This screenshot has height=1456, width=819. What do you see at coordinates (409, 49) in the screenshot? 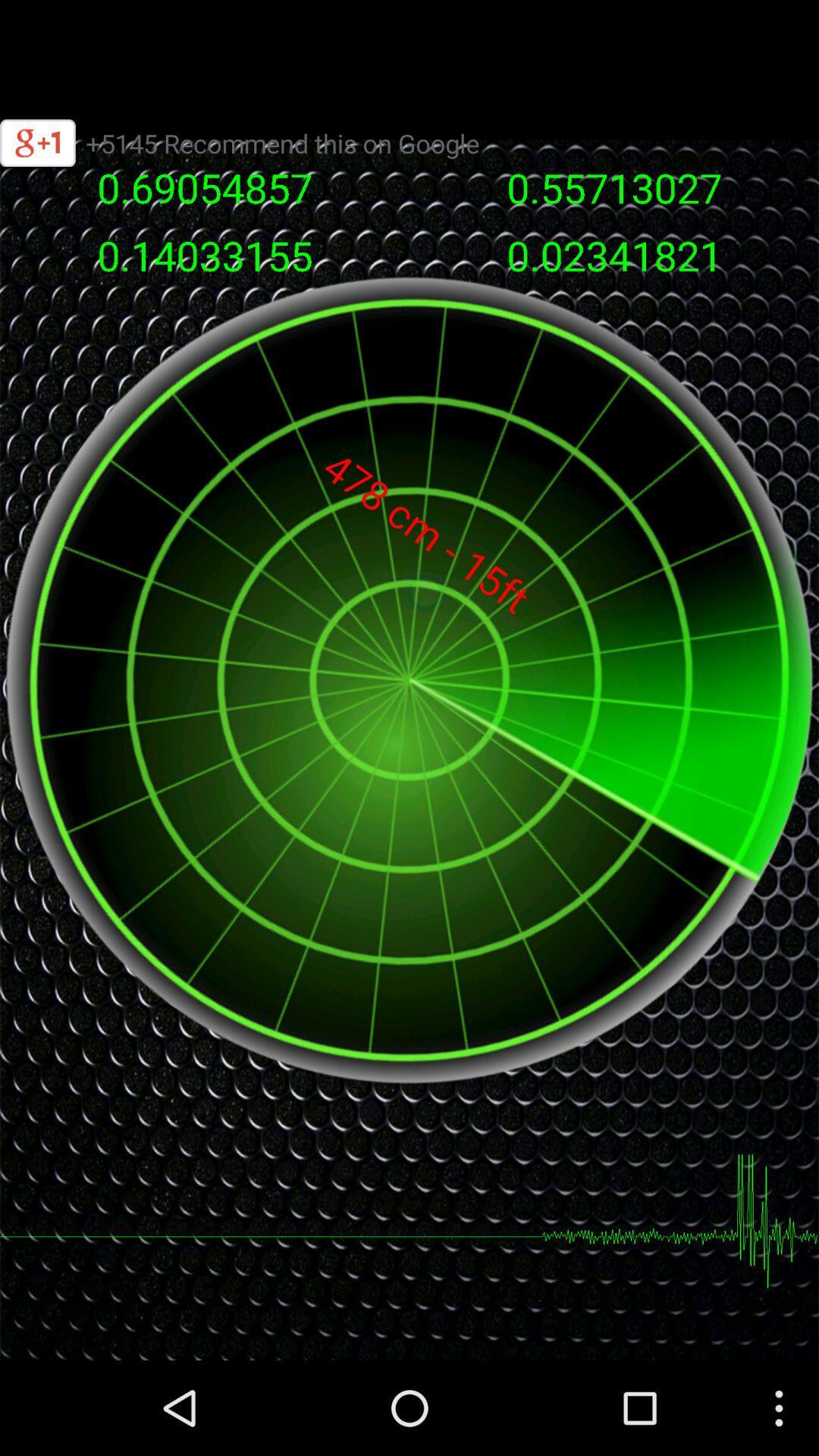
I see `advertisements website` at bounding box center [409, 49].